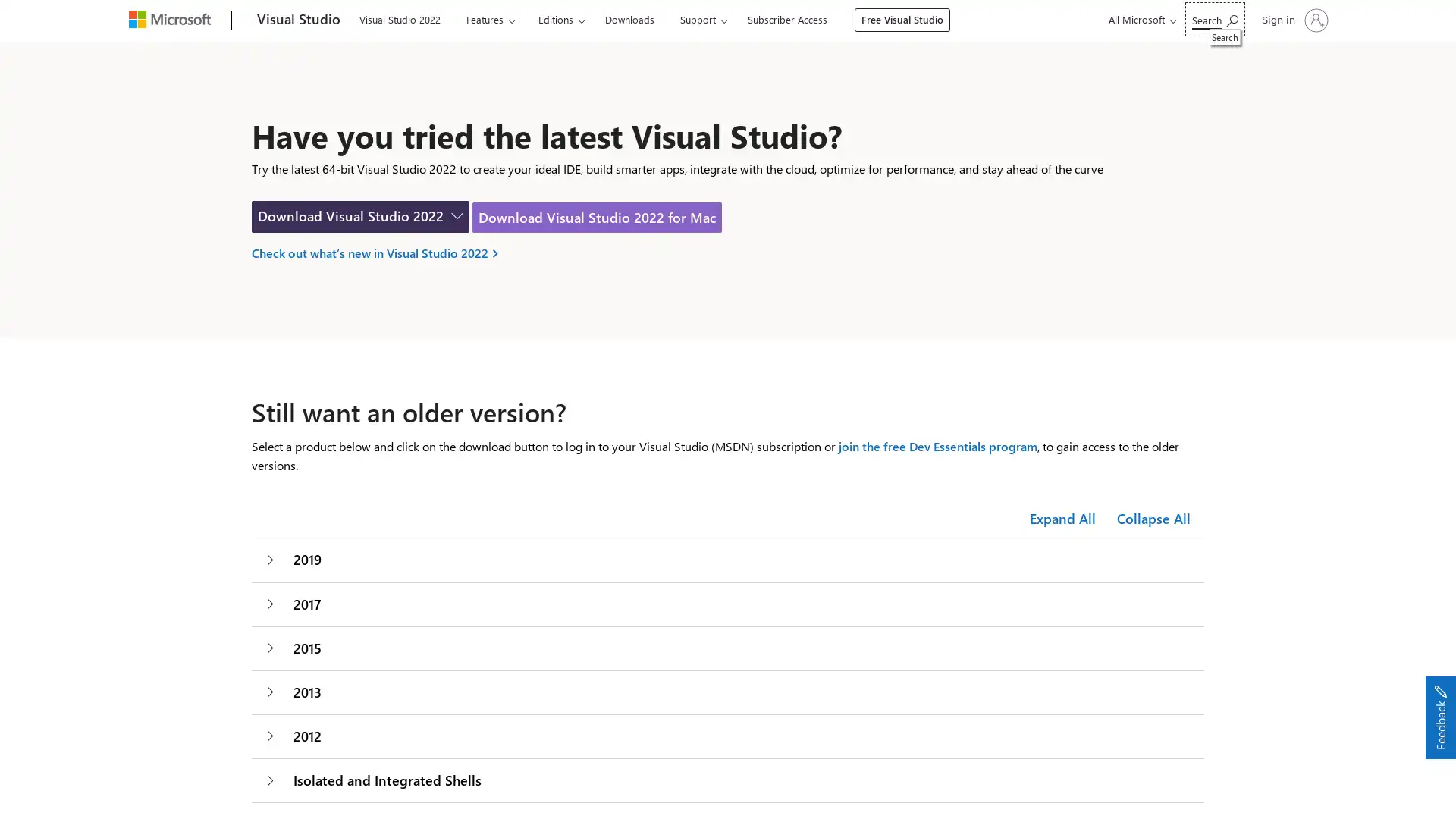  What do you see at coordinates (1140, 20) in the screenshot?
I see `All Microsoft expand to see list of Microsoft products and services` at bounding box center [1140, 20].